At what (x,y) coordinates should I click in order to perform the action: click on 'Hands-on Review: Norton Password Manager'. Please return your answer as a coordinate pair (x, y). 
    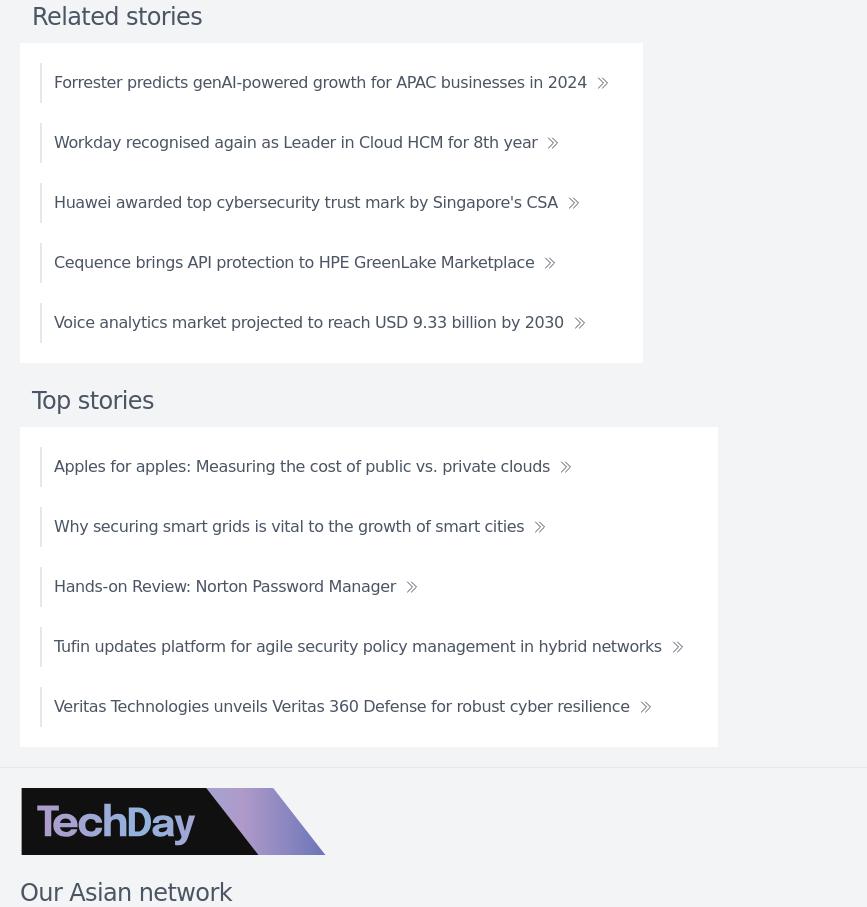
    Looking at the image, I should click on (224, 584).